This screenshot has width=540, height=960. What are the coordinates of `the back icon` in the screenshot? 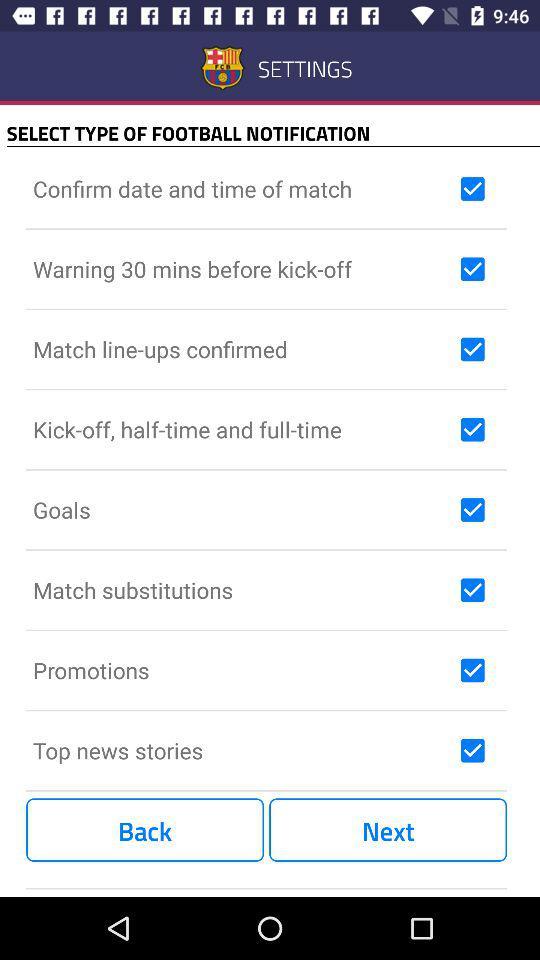 It's located at (144, 830).